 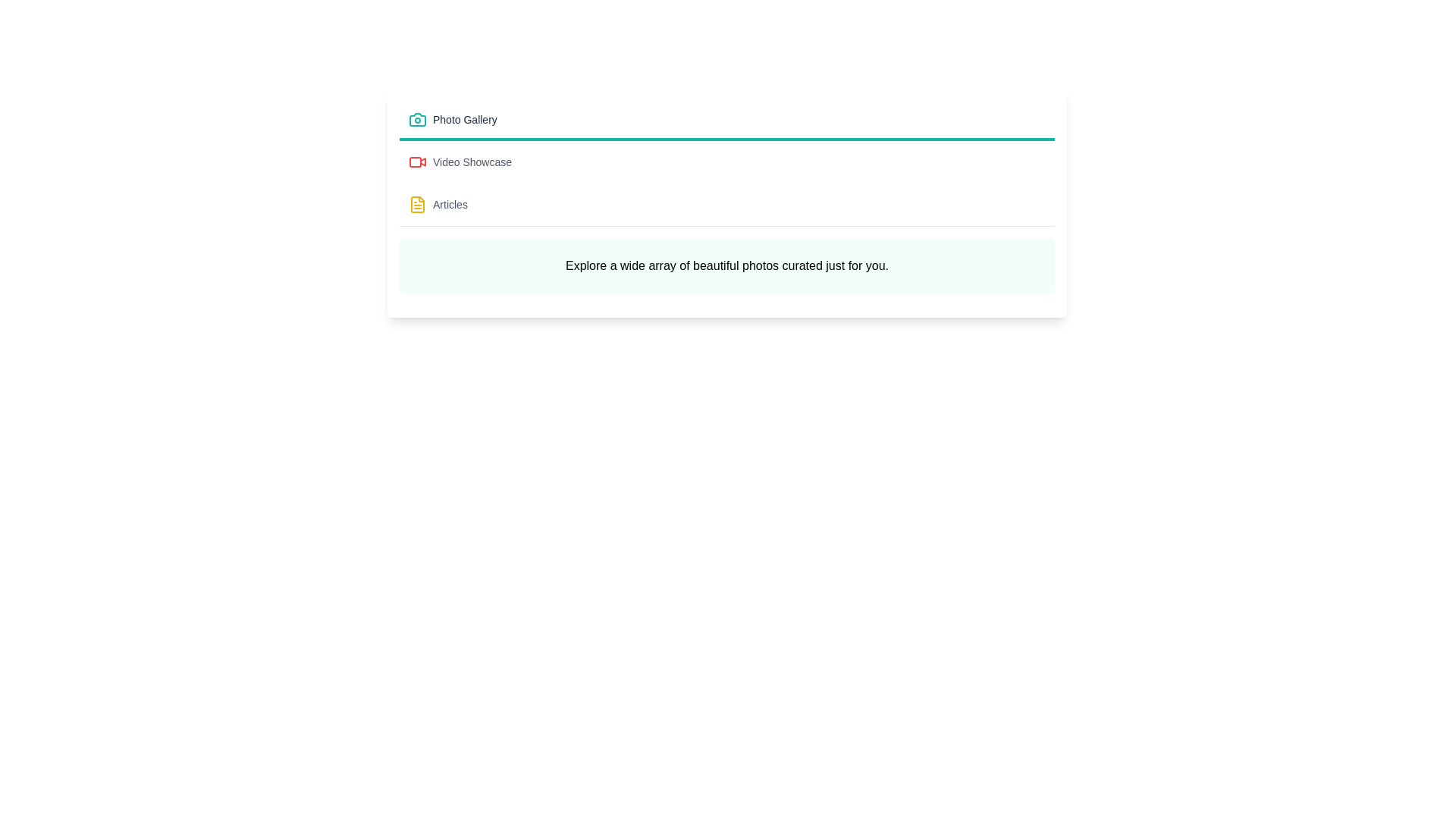 I want to click on the tab corresponding to Photo Gallery, so click(x=726, y=120).